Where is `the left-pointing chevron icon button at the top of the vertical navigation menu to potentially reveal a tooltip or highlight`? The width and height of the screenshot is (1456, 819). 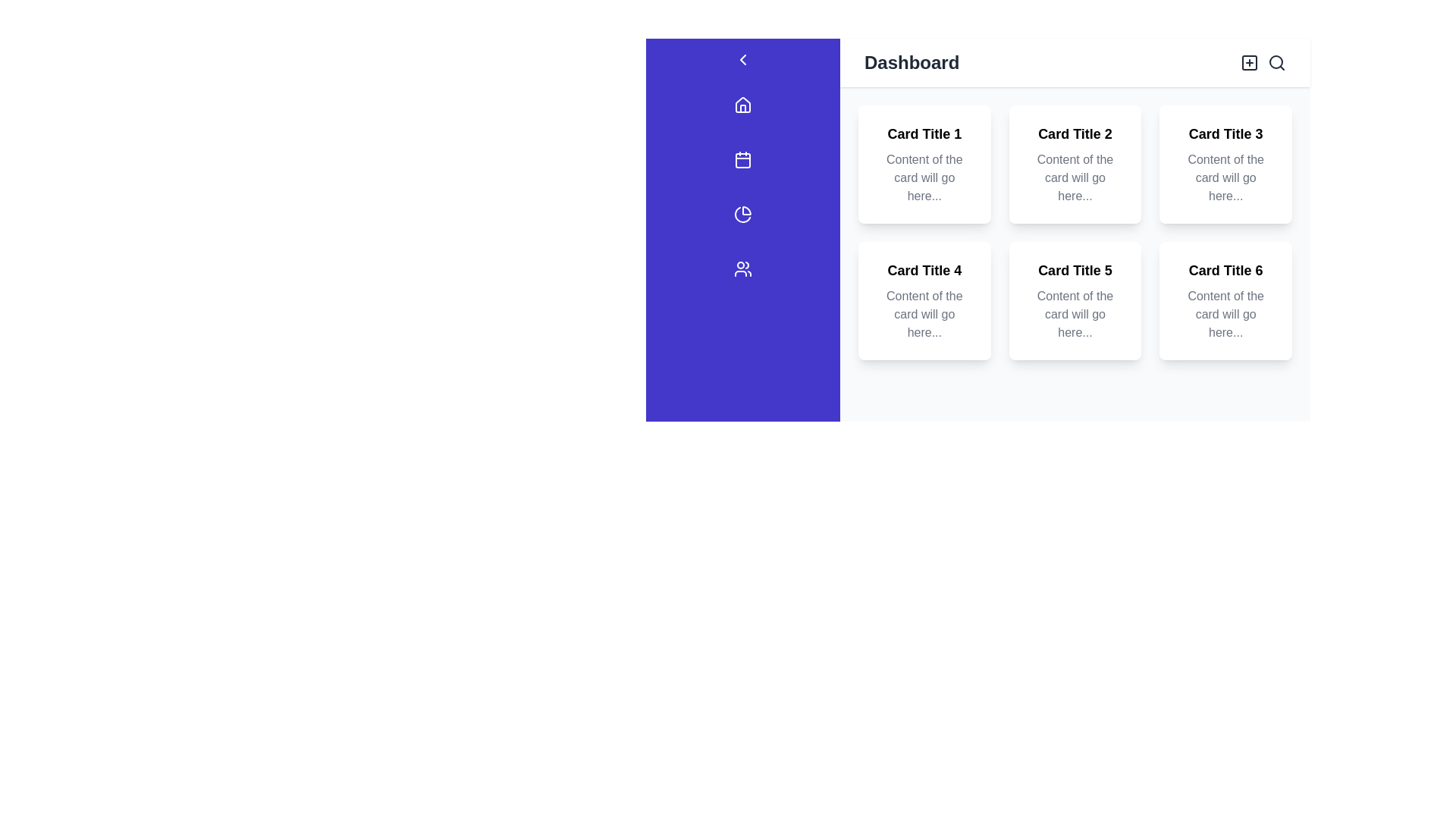 the left-pointing chevron icon button at the top of the vertical navigation menu to potentially reveal a tooltip or highlight is located at coordinates (742, 58).